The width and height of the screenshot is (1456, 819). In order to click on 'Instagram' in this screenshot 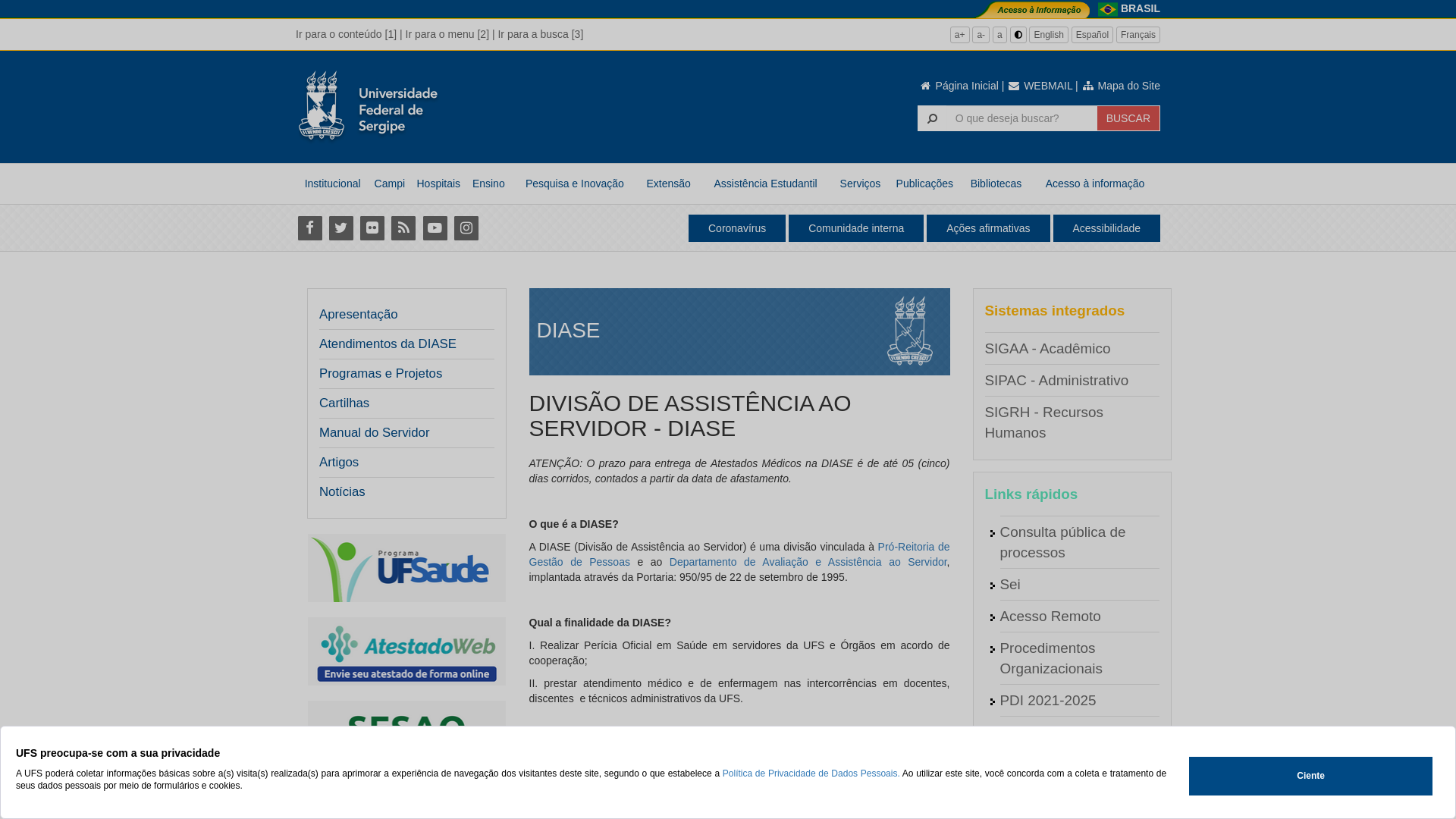, I will do `click(465, 227)`.